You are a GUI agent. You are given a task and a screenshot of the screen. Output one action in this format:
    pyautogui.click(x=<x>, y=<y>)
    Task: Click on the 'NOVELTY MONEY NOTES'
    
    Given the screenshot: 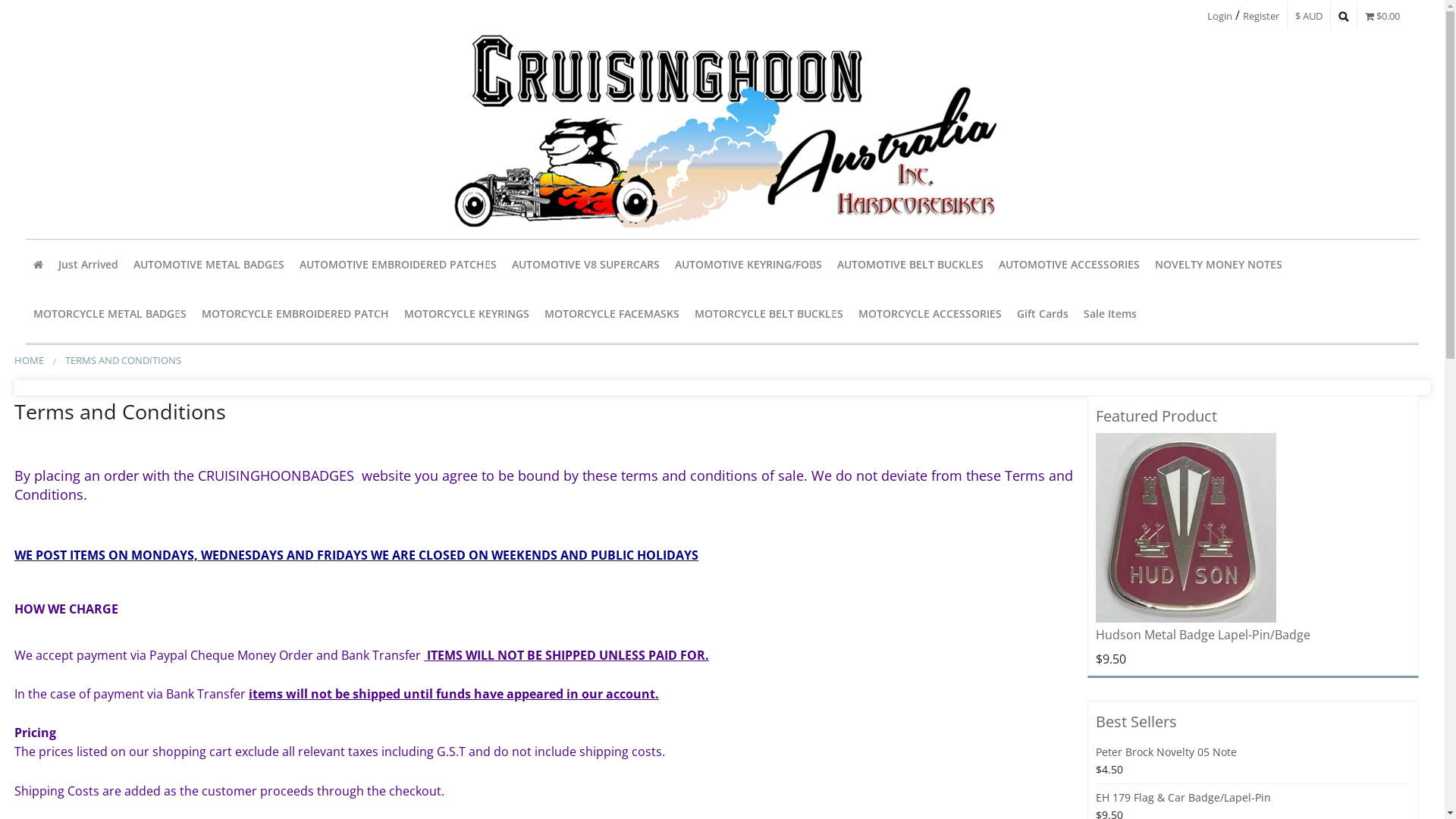 What is the action you would take?
    pyautogui.click(x=1219, y=263)
    